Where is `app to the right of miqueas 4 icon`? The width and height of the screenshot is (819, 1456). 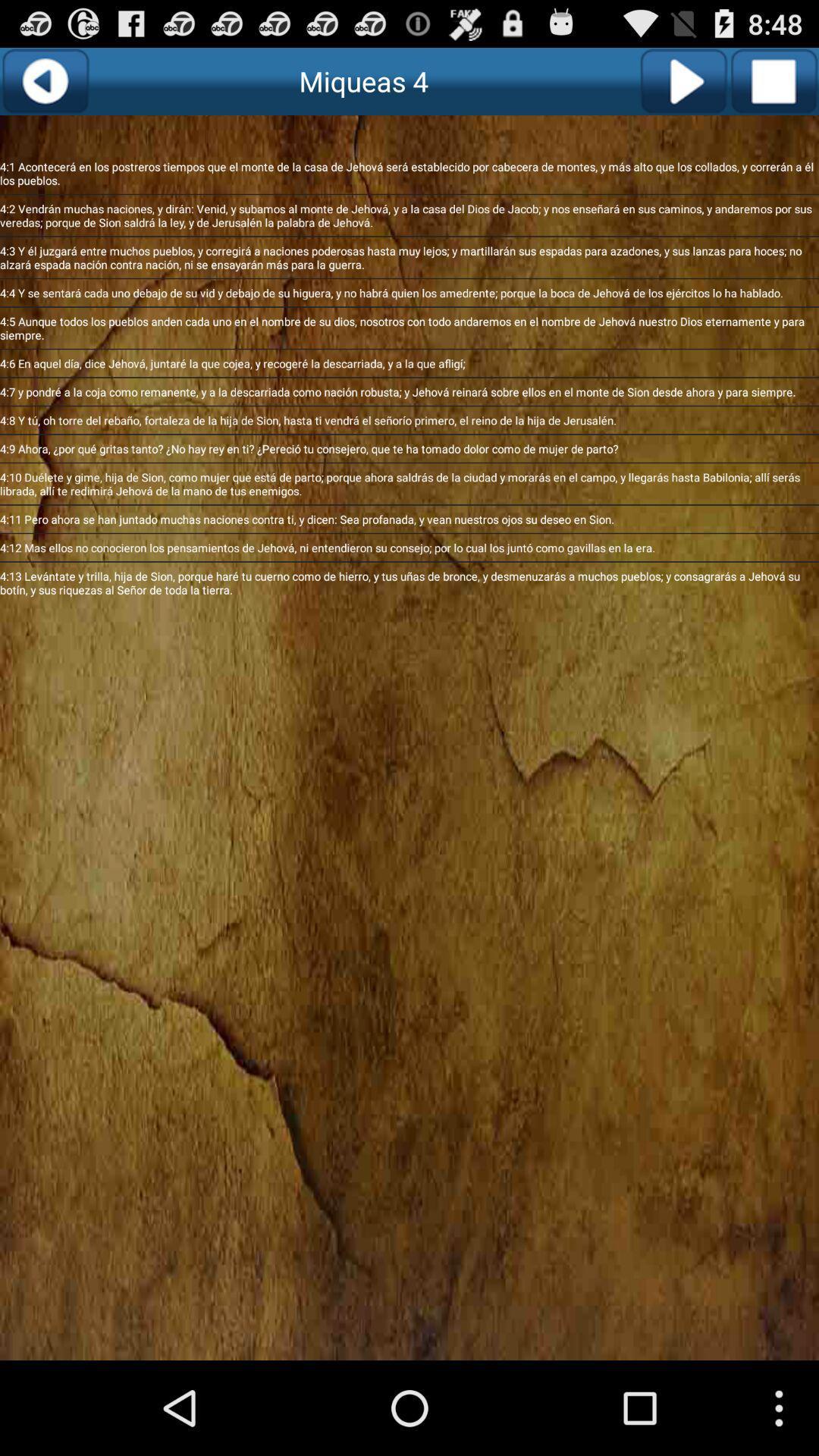
app to the right of miqueas 4 icon is located at coordinates (683, 80).